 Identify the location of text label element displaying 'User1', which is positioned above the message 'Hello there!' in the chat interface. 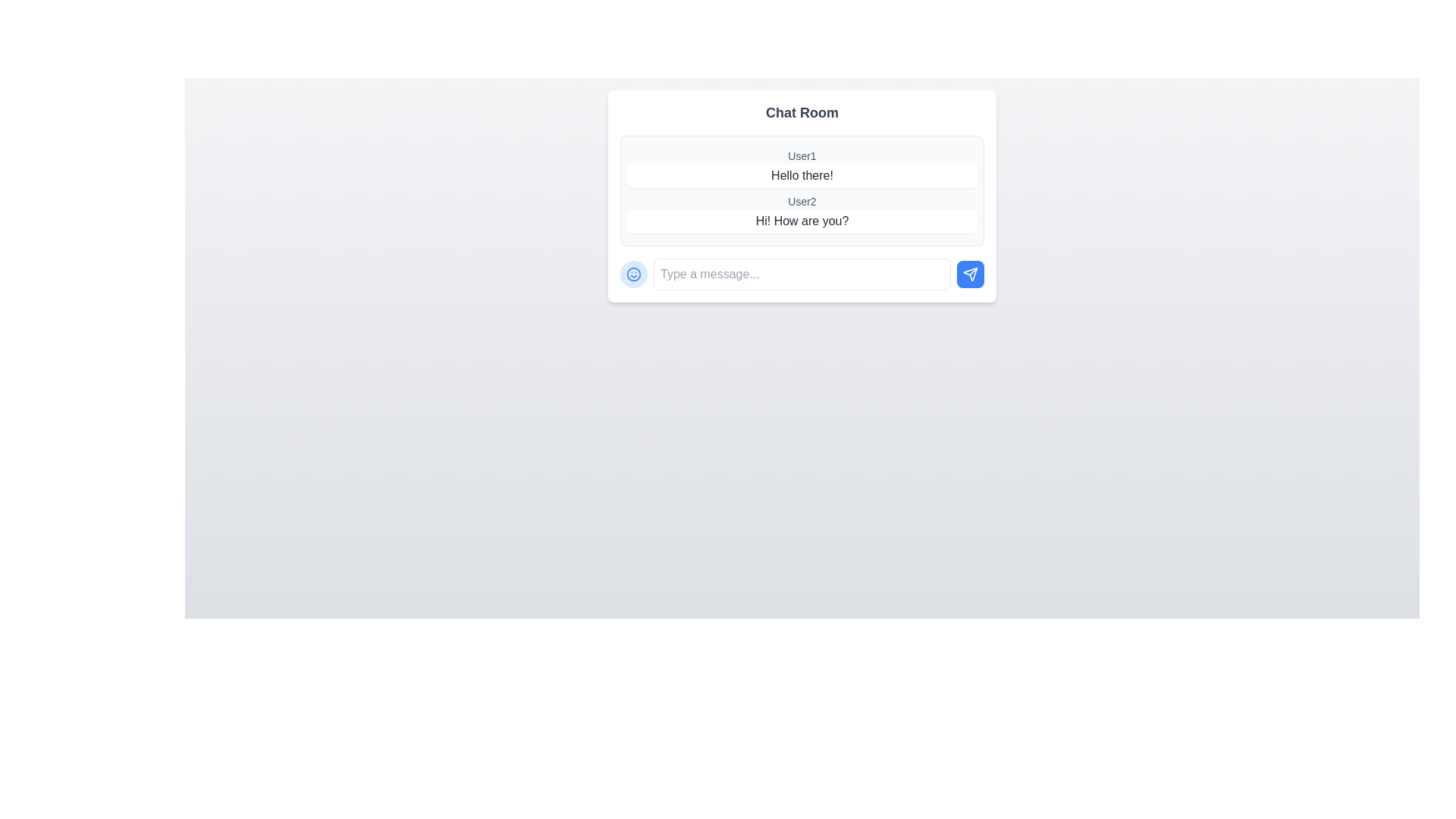
(801, 155).